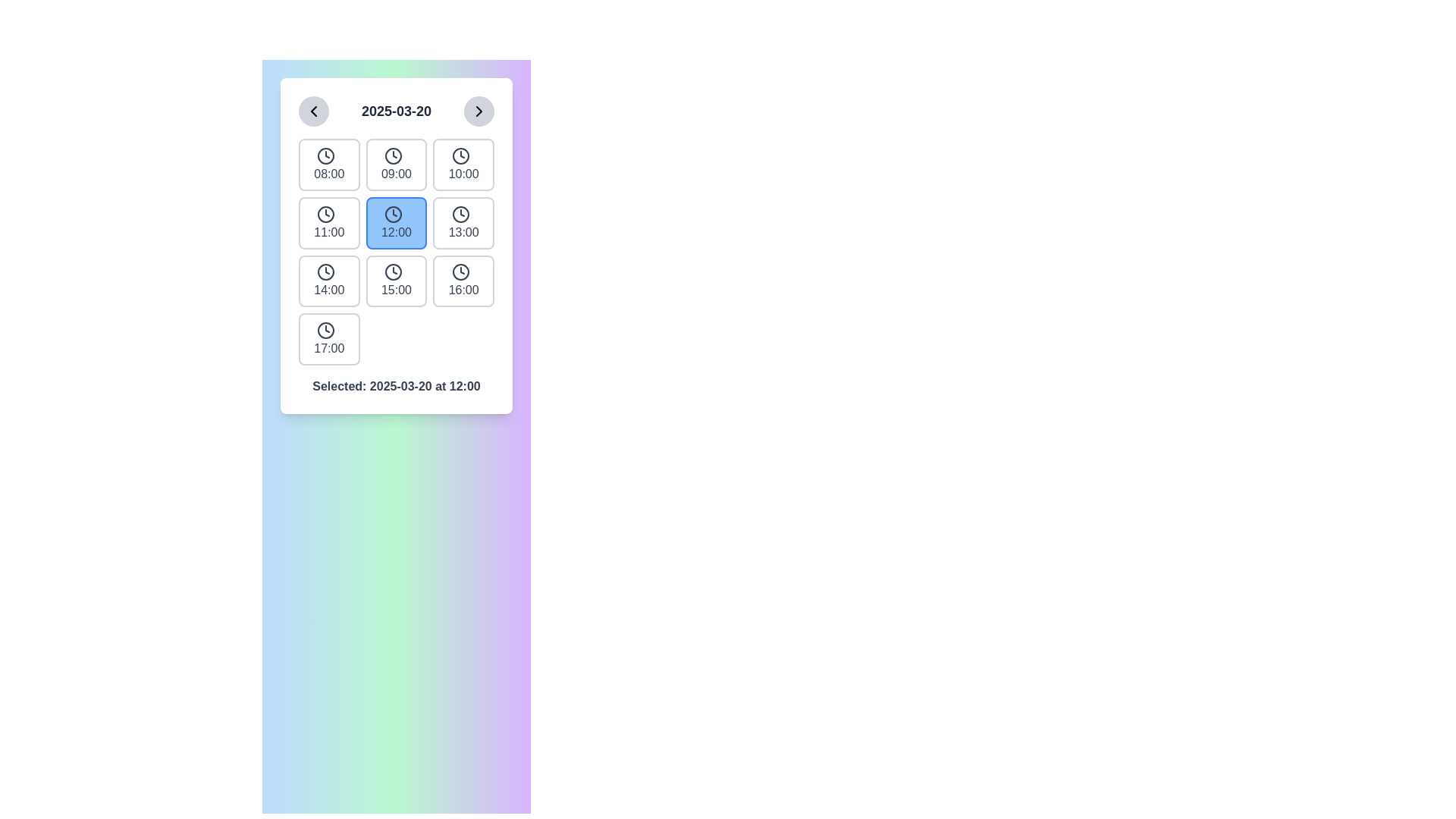 Image resolution: width=1456 pixels, height=819 pixels. What do you see at coordinates (463, 281) in the screenshot?
I see `the time selection button for '16:00' located in the bottom row, third column of the grid layout` at bounding box center [463, 281].